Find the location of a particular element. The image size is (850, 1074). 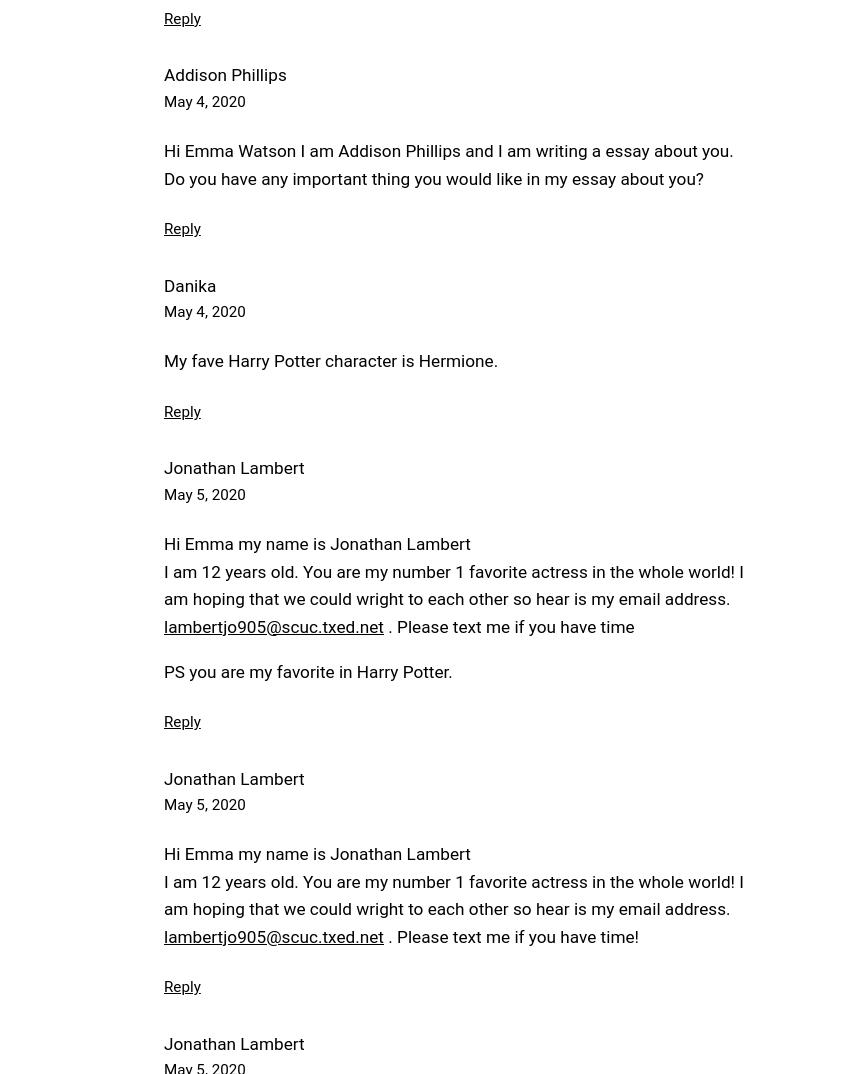

'. Please text me if you have time' is located at coordinates (508, 626).